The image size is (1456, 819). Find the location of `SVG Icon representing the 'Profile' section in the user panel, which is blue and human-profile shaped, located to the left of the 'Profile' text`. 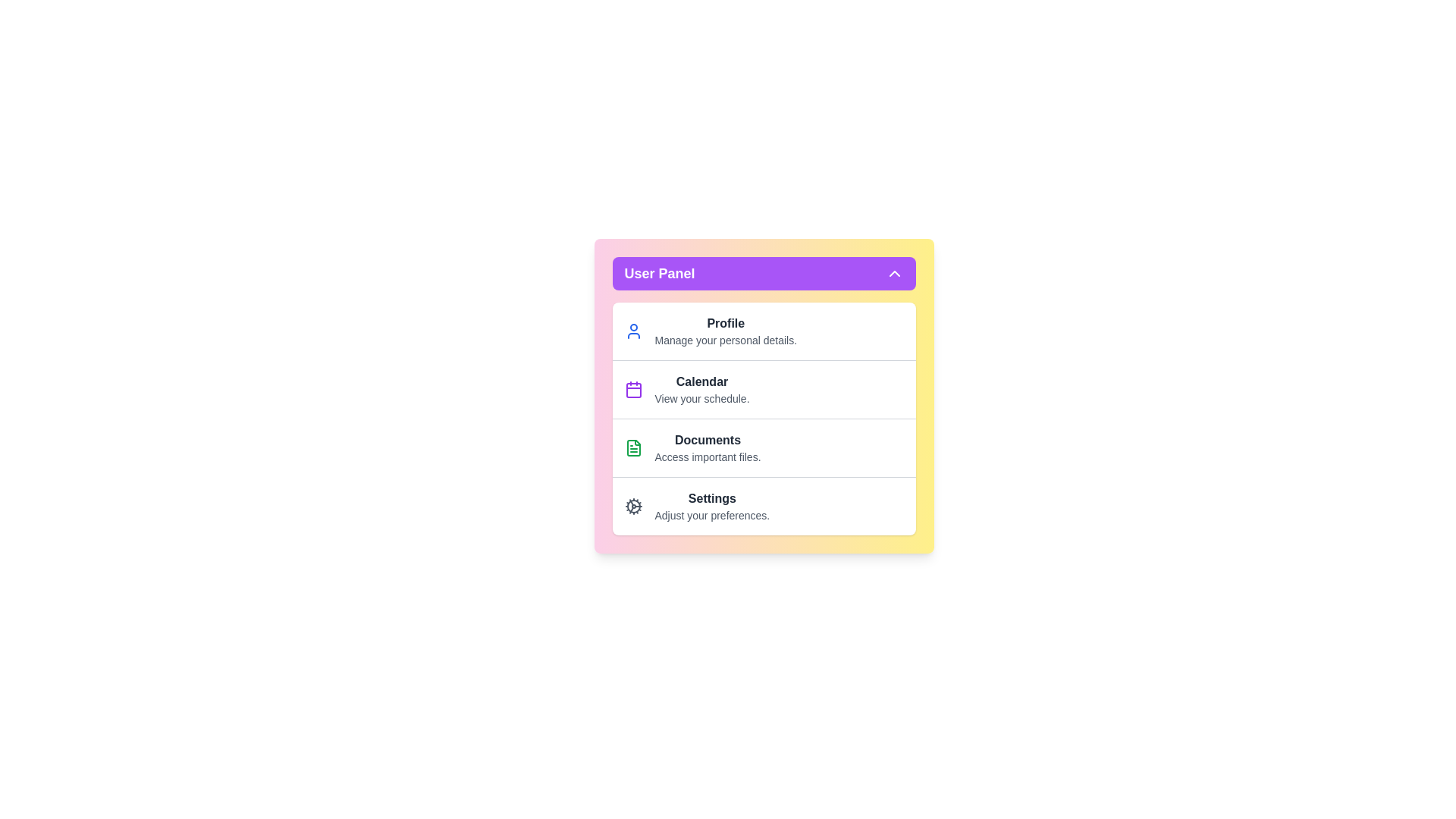

SVG Icon representing the 'Profile' section in the user panel, which is blue and human-profile shaped, located to the left of the 'Profile' text is located at coordinates (633, 330).